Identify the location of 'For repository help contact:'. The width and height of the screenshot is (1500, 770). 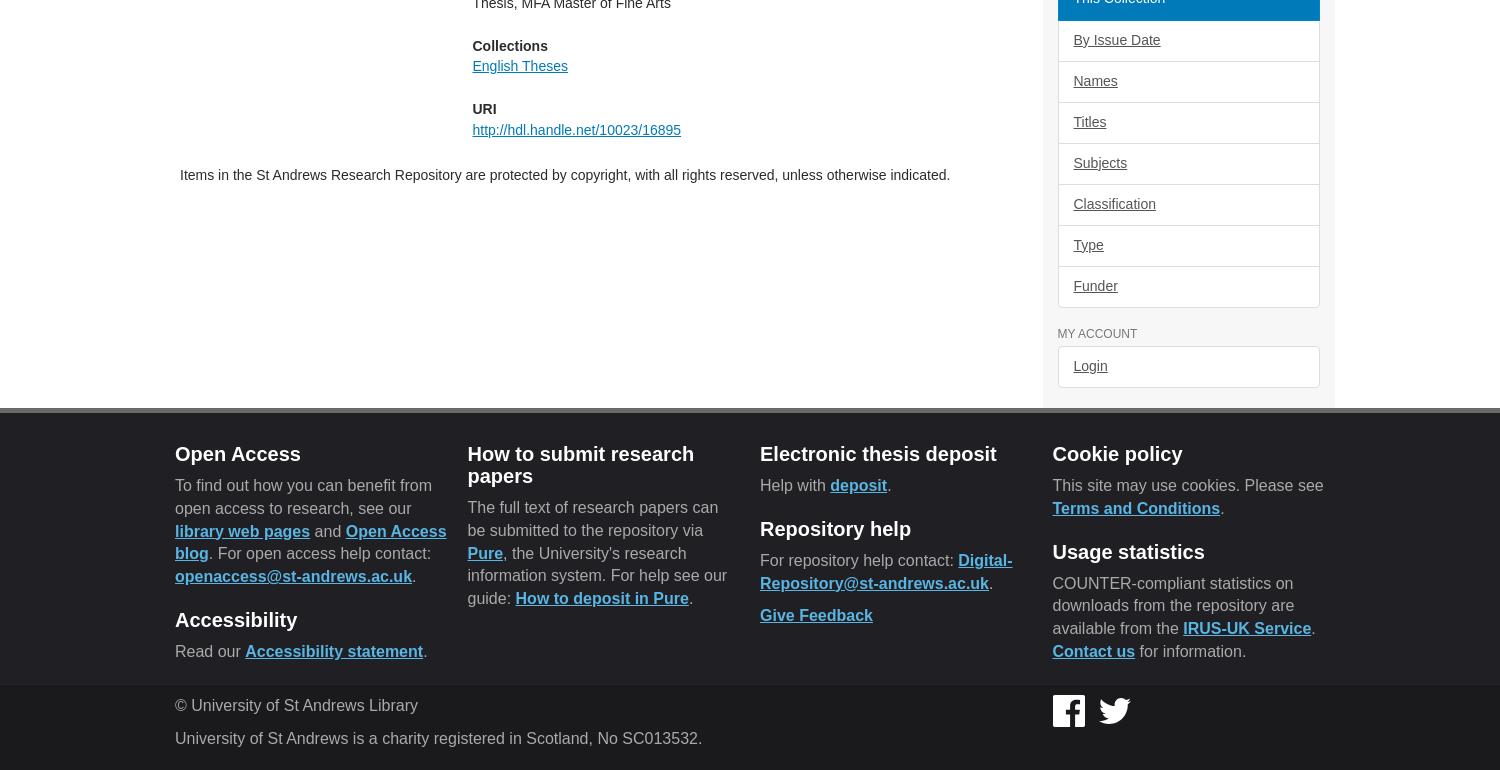
(858, 559).